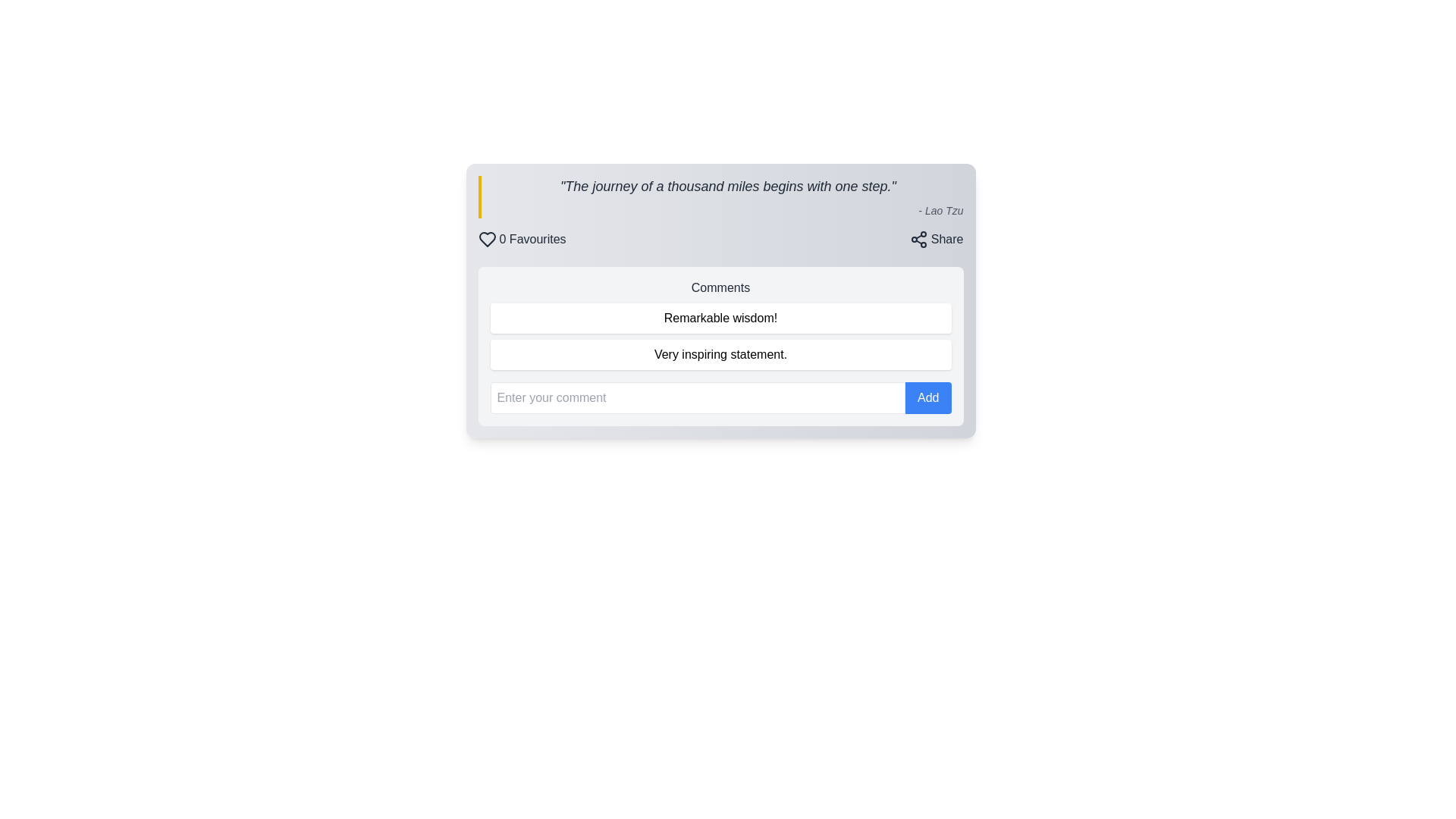 This screenshot has height=819, width=1456. I want to click on the favorite Icon button located in the upper-left corner of the card-like structure, so click(487, 239).